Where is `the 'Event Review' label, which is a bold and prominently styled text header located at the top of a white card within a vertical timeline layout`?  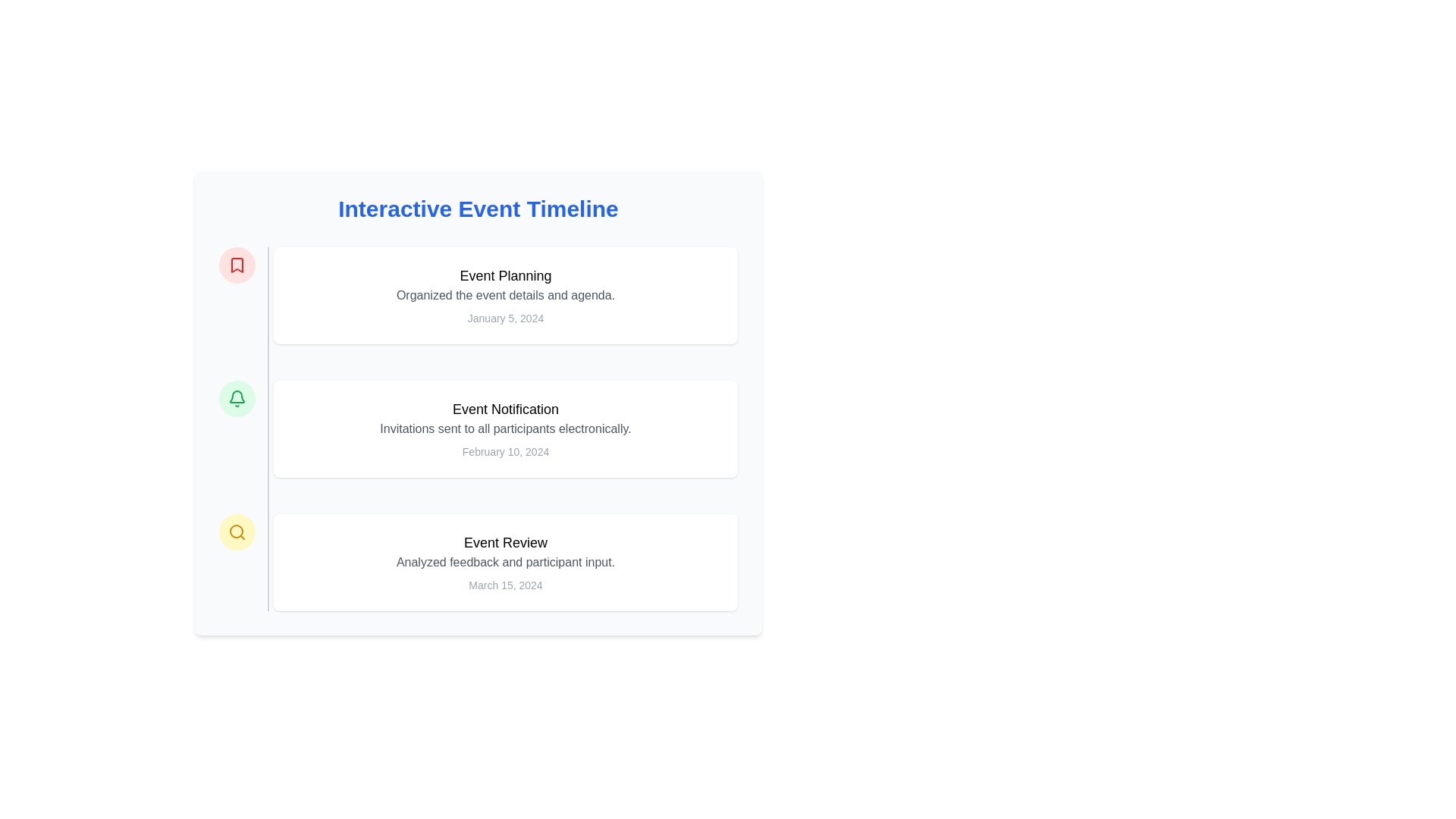
the 'Event Review' label, which is a bold and prominently styled text header located at the top of a white card within a vertical timeline layout is located at coordinates (506, 542).